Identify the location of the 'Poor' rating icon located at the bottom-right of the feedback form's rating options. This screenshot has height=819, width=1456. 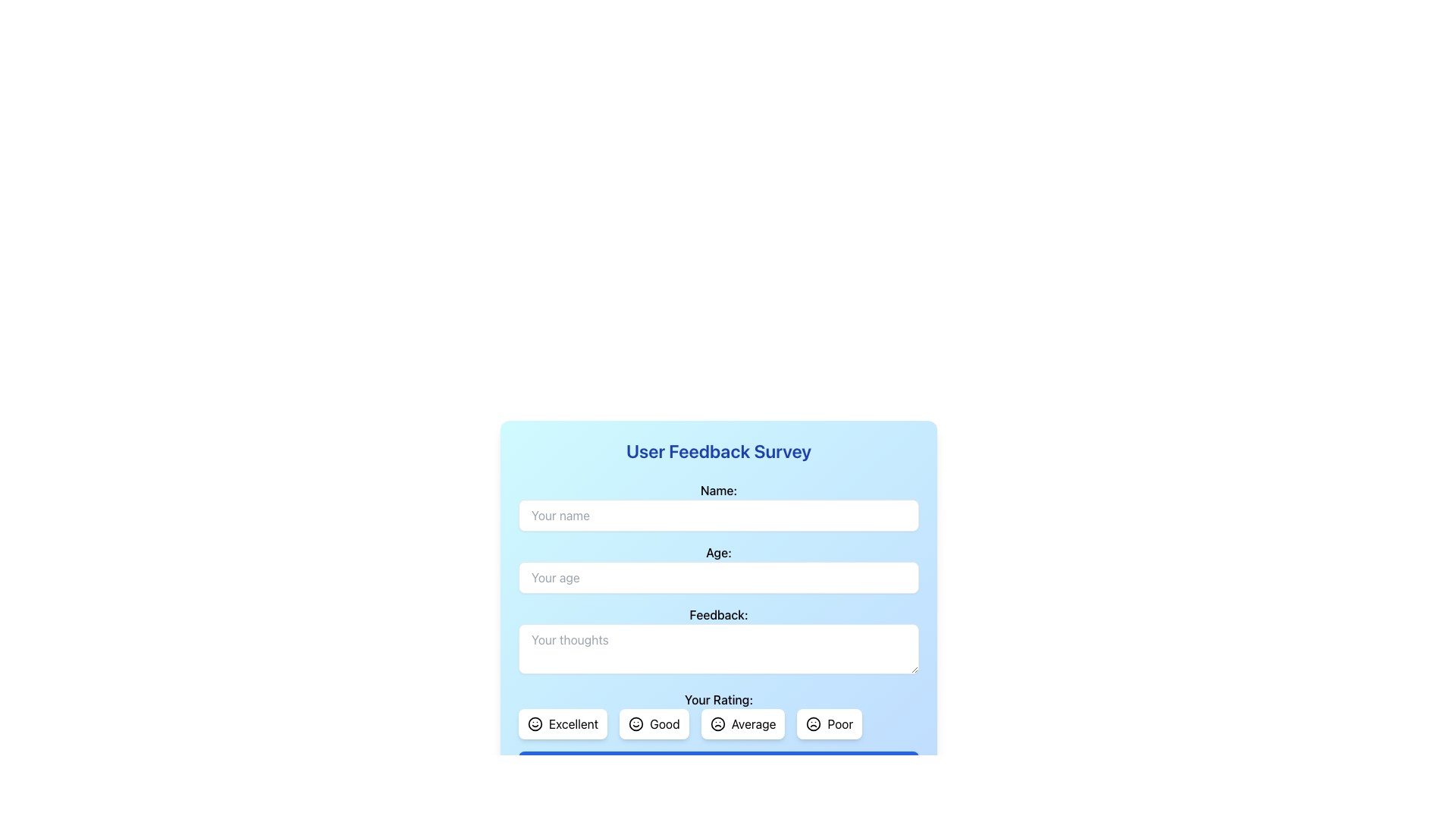
(813, 723).